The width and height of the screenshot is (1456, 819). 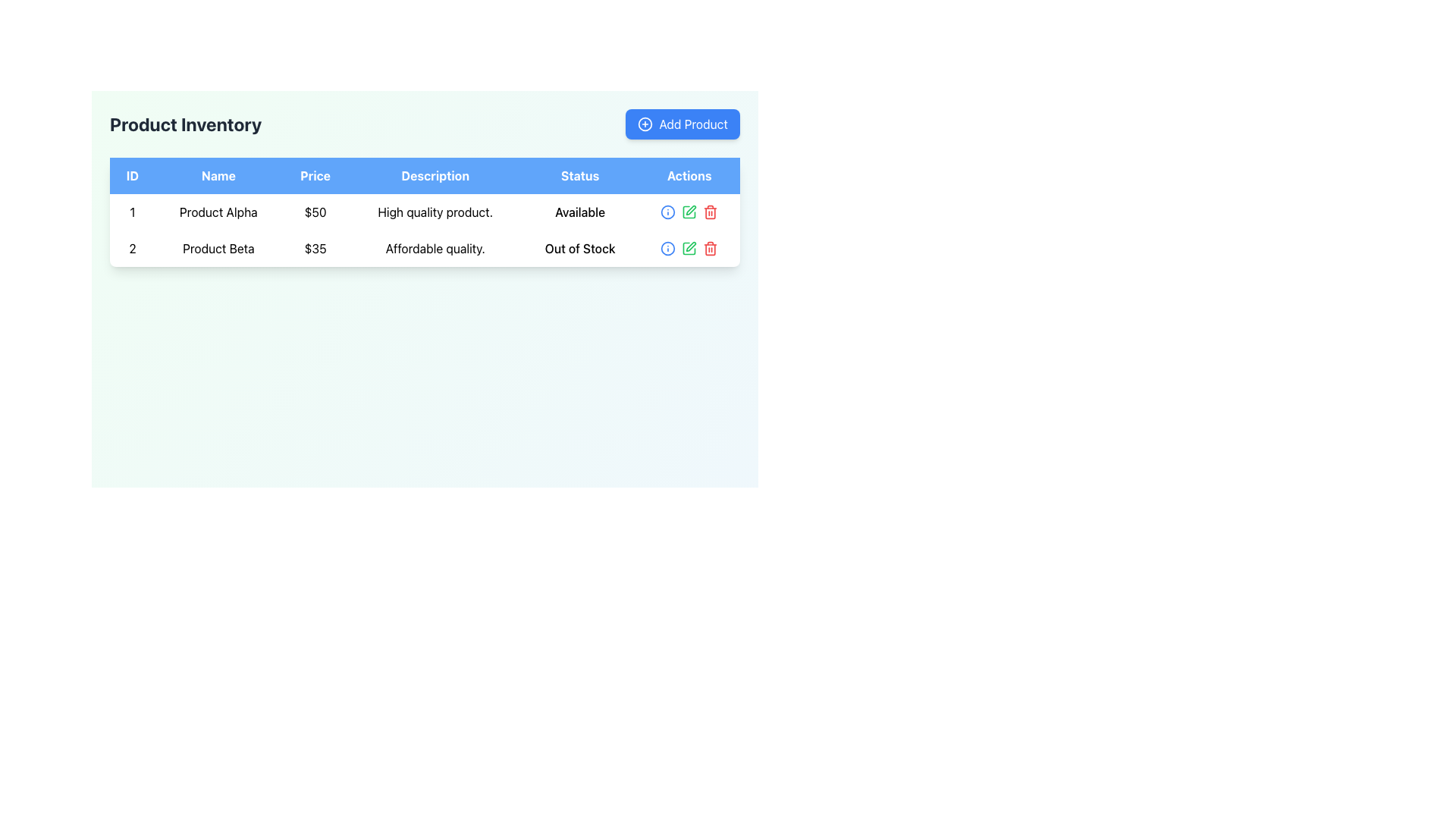 What do you see at coordinates (645, 124) in the screenshot?
I see `the addition icon located within the 'Add Product' button, positioned to the left of the text label in the top-right region of the interface` at bounding box center [645, 124].